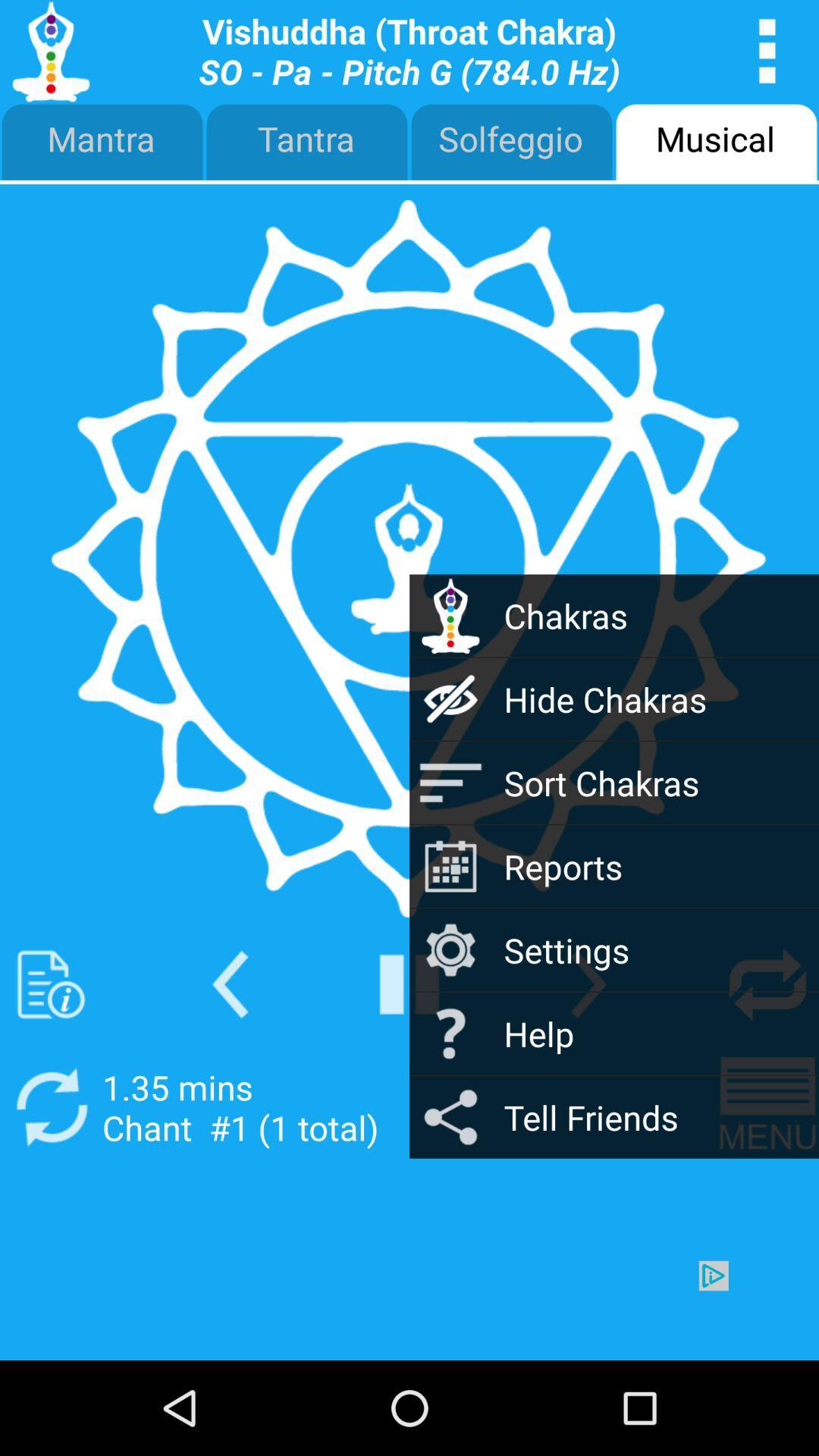  What do you see at coordinates (767, 55) in the screenshot?
I see `the more icon` at bounding box center [767, 55].